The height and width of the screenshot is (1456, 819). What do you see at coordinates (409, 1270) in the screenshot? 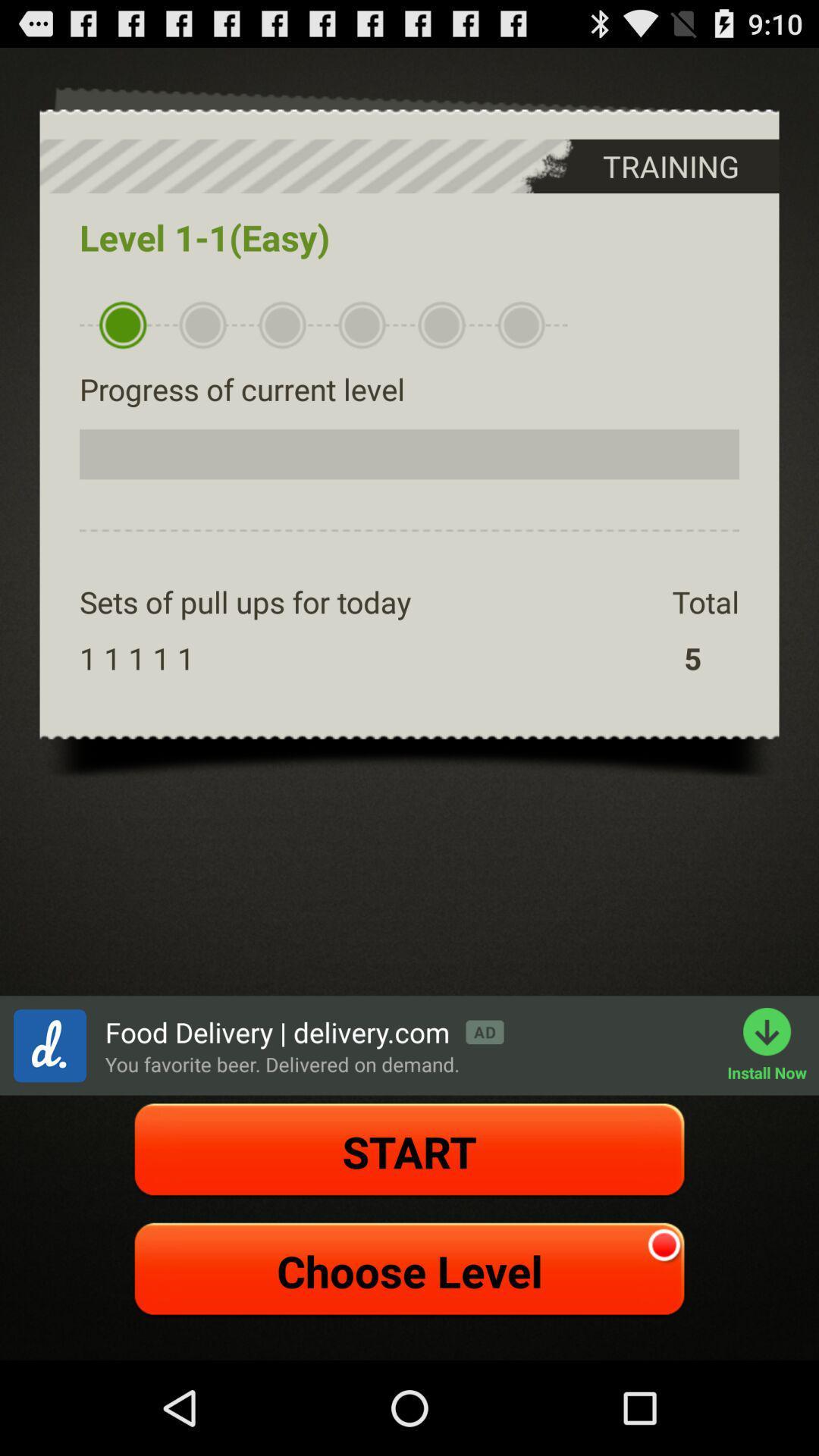
I see `choose level` at bounding box center [409, 1270].